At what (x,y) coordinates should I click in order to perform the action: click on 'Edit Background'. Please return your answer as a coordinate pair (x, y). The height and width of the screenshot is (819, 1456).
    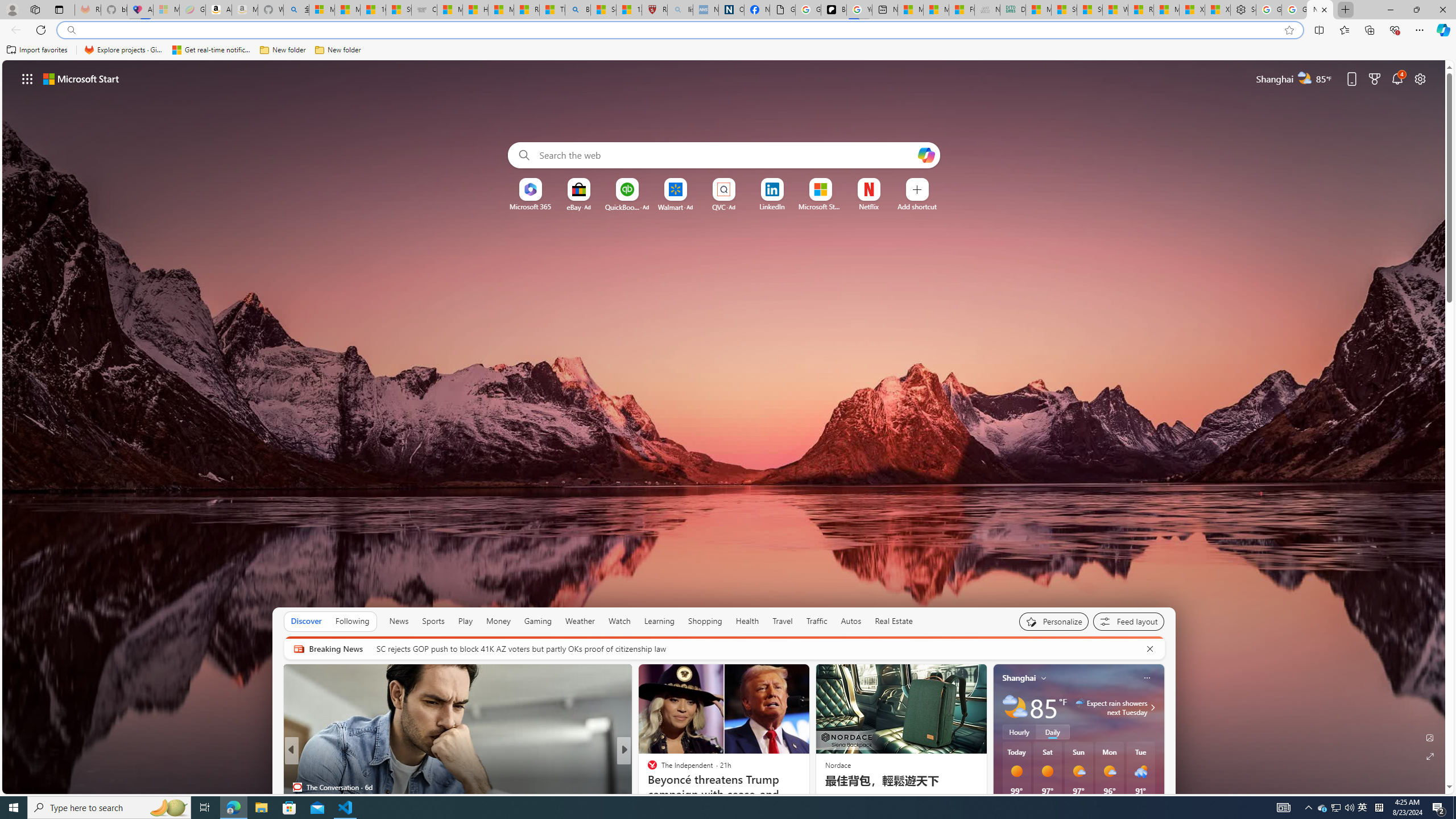
    Looking at the image, I should click on (1430, 737).